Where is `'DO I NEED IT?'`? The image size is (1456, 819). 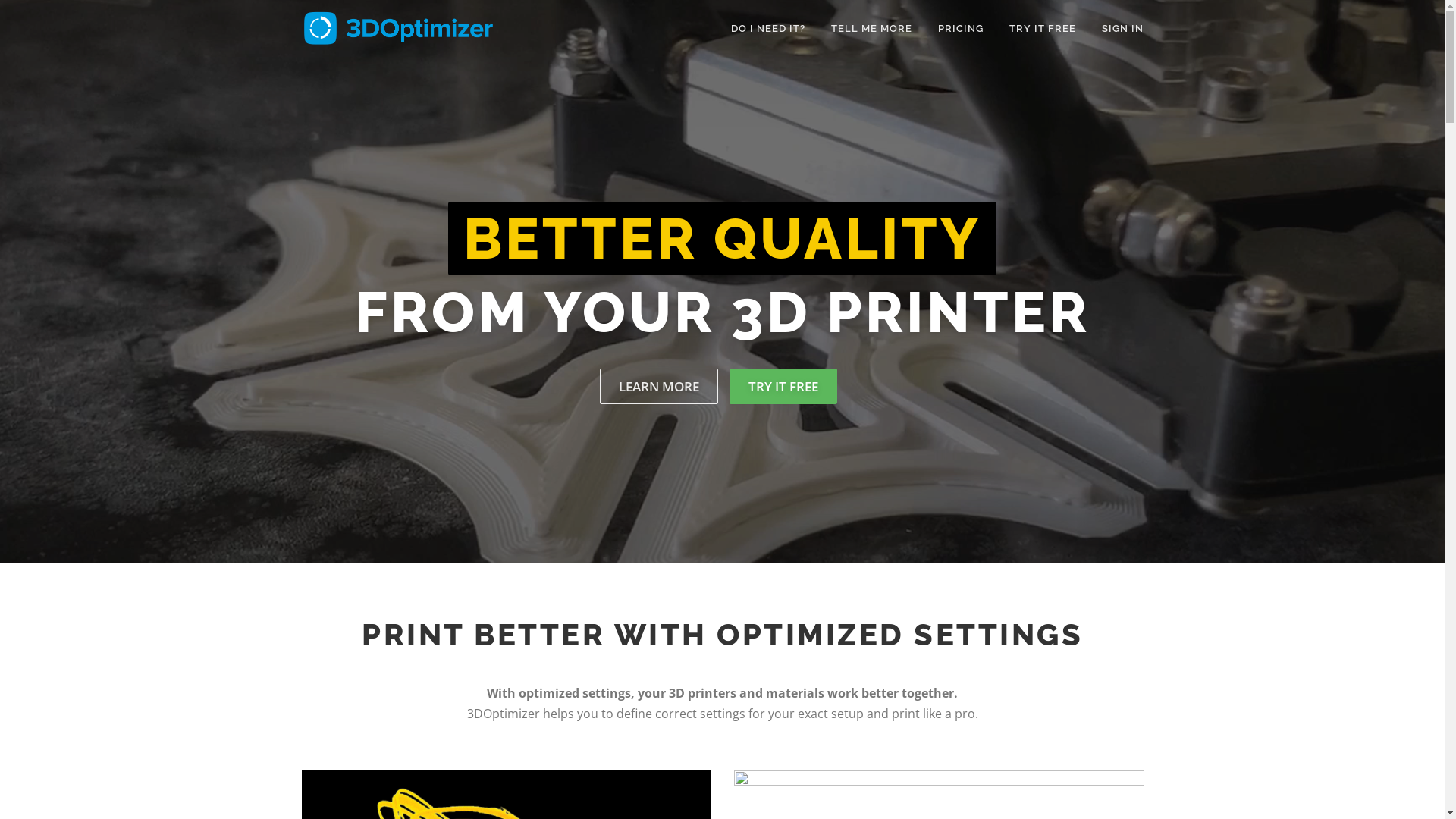
'DO I NEED IT?' is located at coordinates (767, 28).